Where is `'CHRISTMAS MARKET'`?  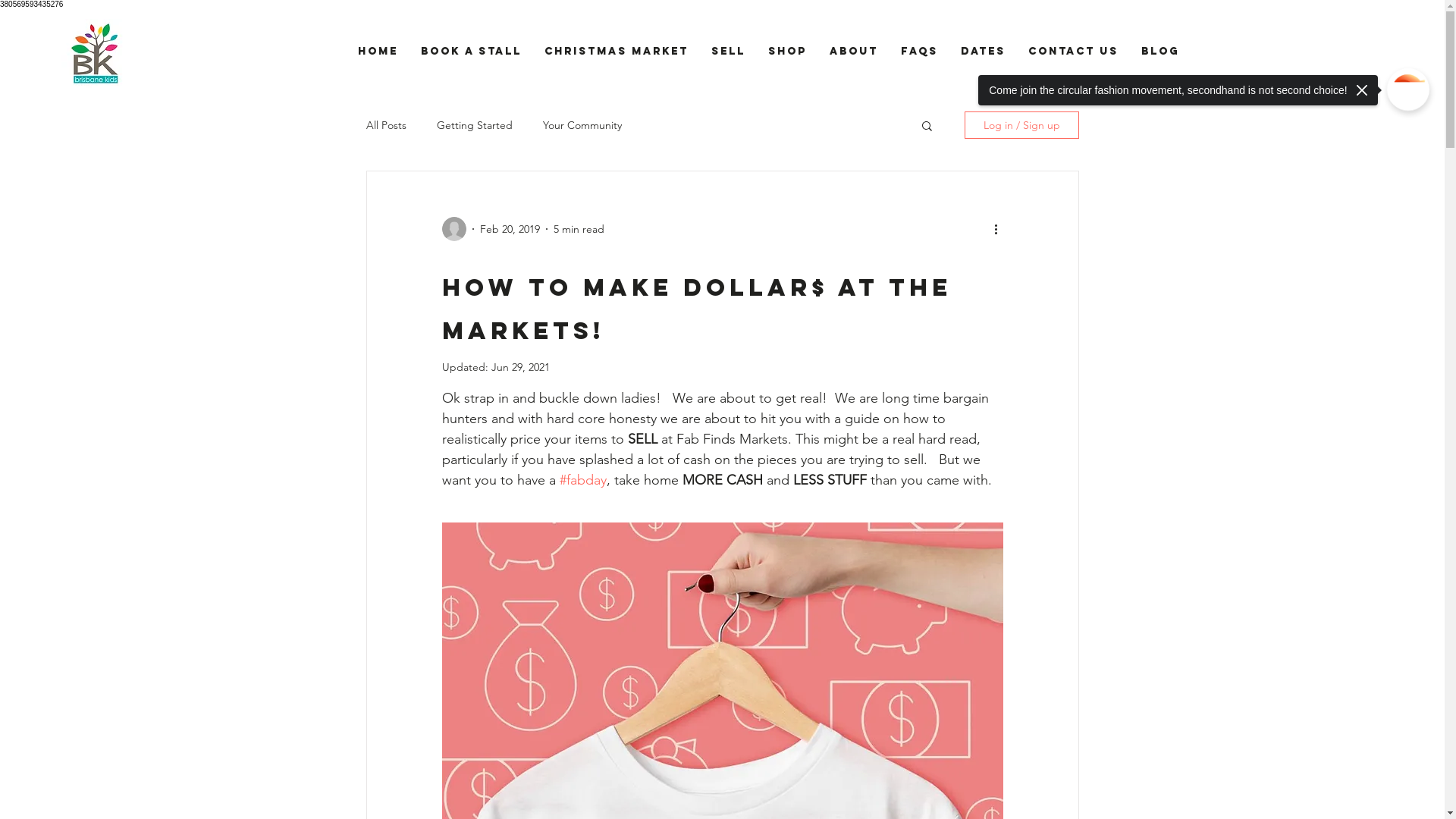 'CHRISTMAS MARKET' is located at coordinates (615, 51).